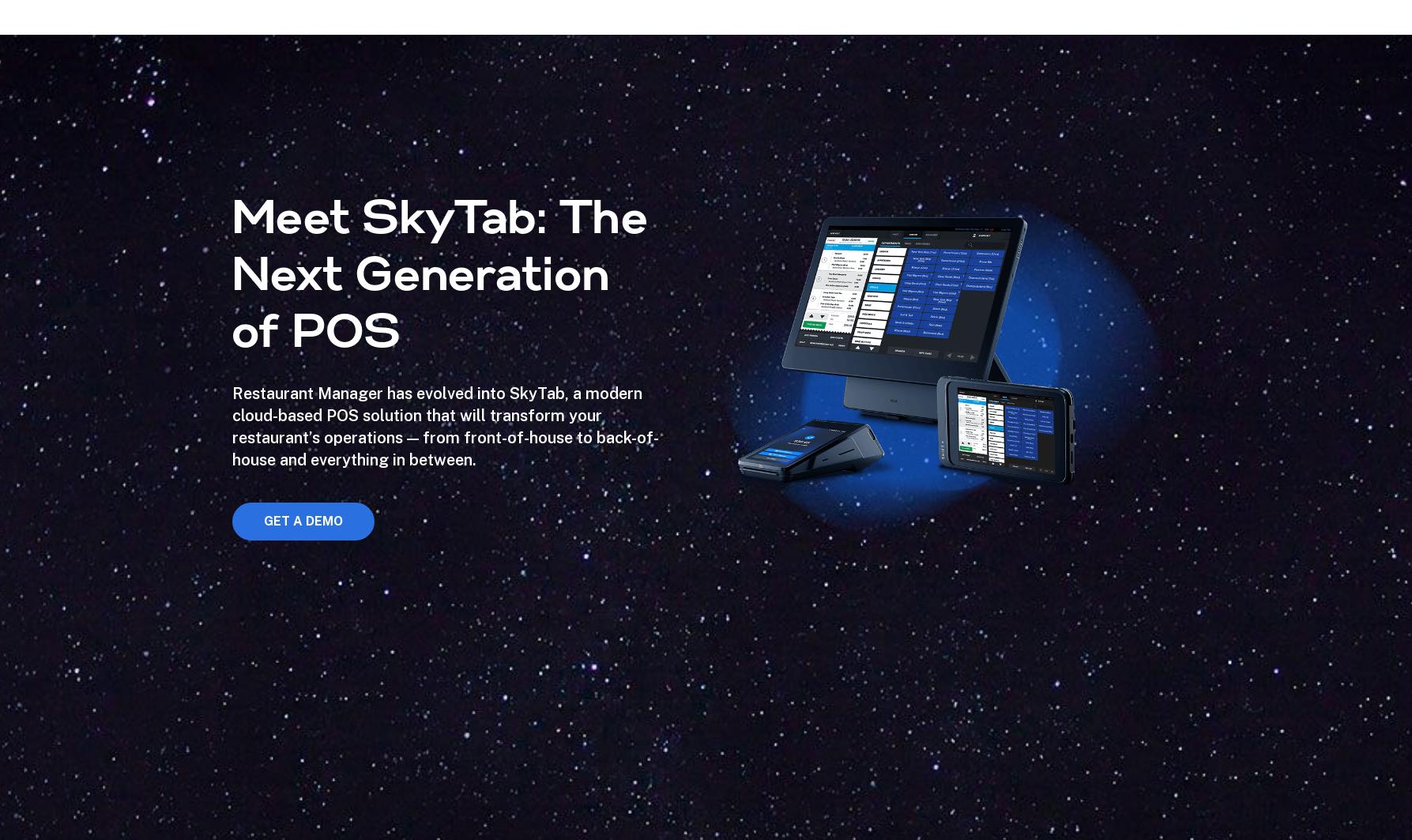 The width and height of the screenshot is (1412, 840). Describe the element at coordinates (646, 17) in the screenshot. I see `'Getting burned by extra fees?'` at that location.